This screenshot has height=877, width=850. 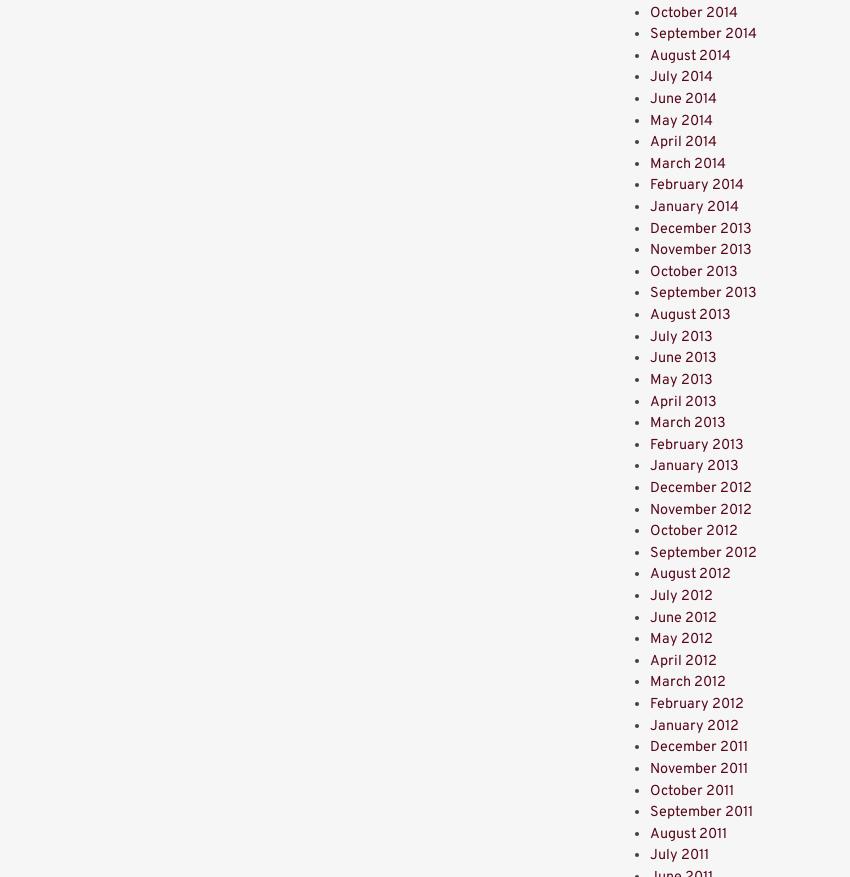 What do you see at coordinates (682, 616) in the screenshot?
I see `'June 2012'` at bounding box center [682, 616].